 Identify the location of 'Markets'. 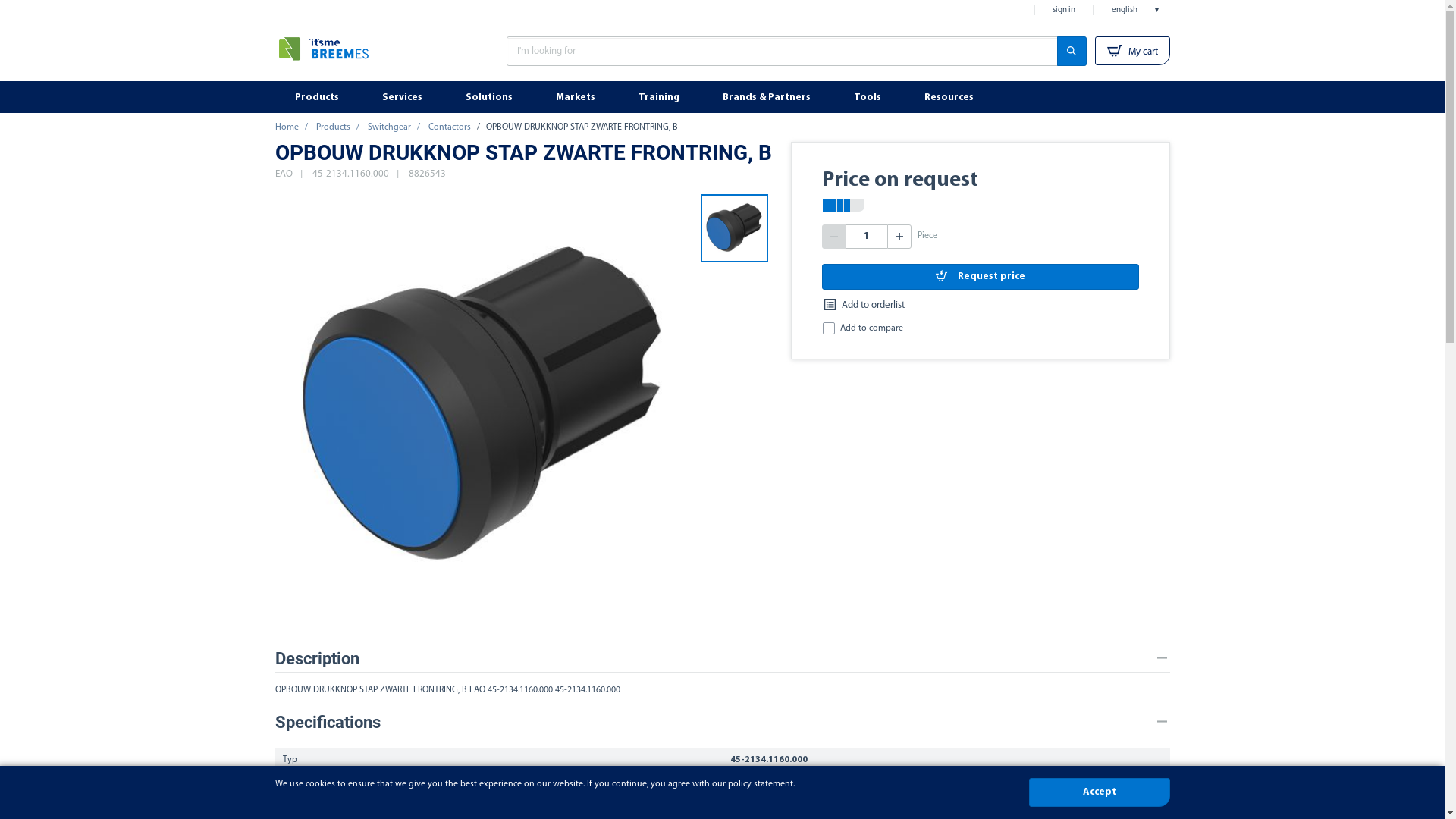
(576, 96).